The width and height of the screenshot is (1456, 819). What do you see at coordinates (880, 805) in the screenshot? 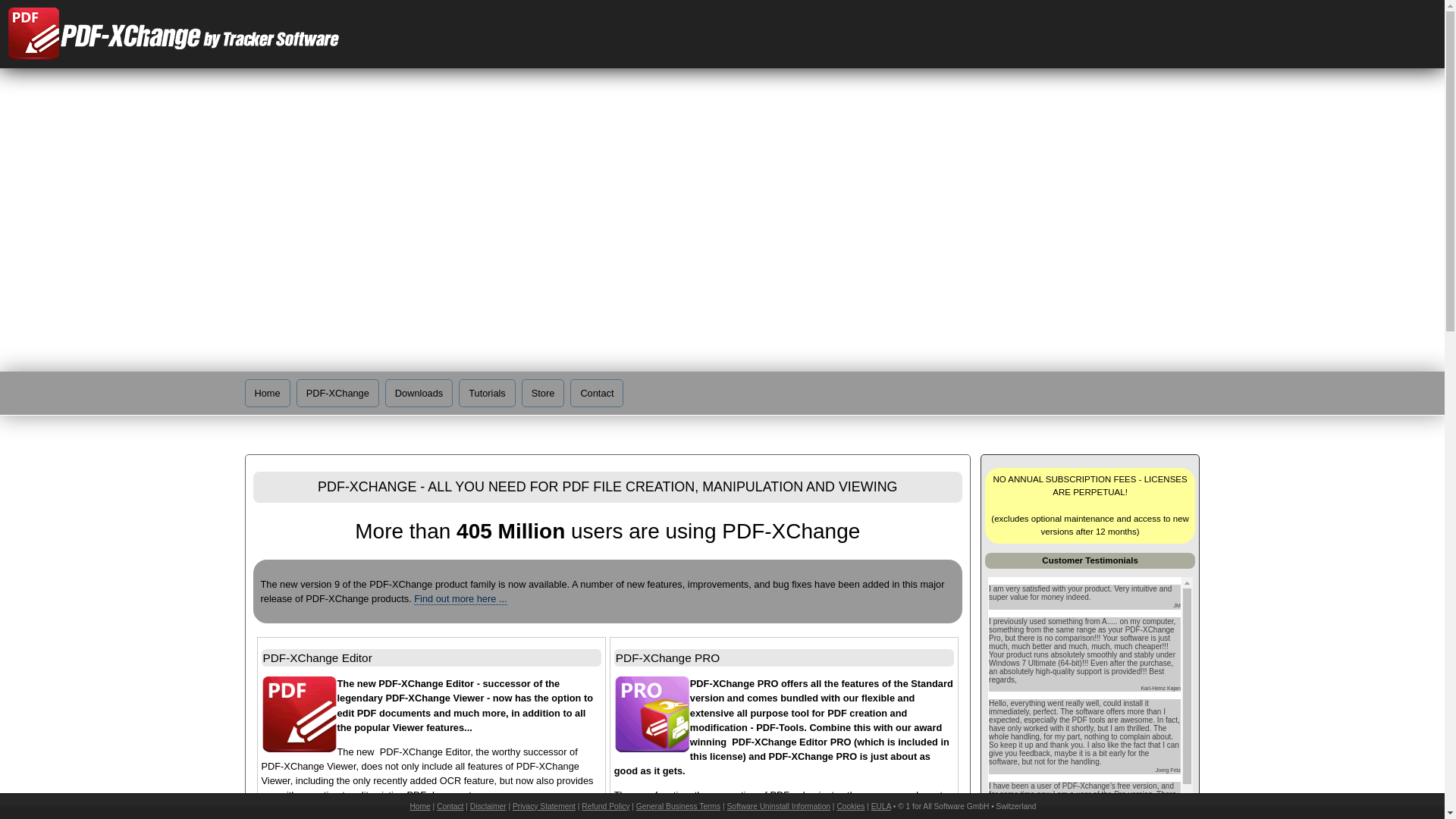
I see `'EULA'` at bounding box center [880, 805].